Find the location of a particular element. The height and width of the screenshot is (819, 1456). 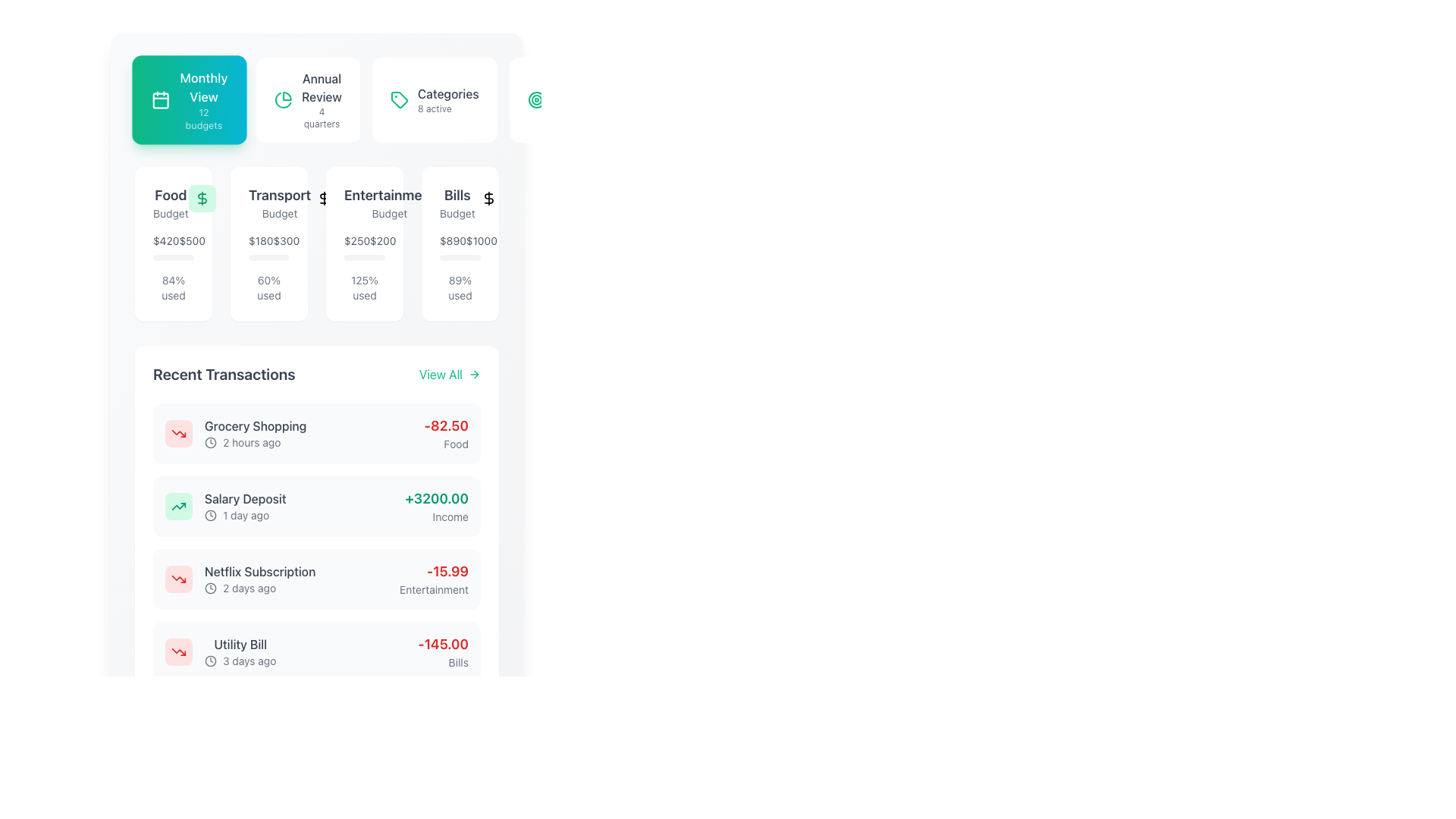

text content of the 'Netflix Subscription' label located in the third position of the 'Recent Transactions' section is located at coordinates (260, 571).